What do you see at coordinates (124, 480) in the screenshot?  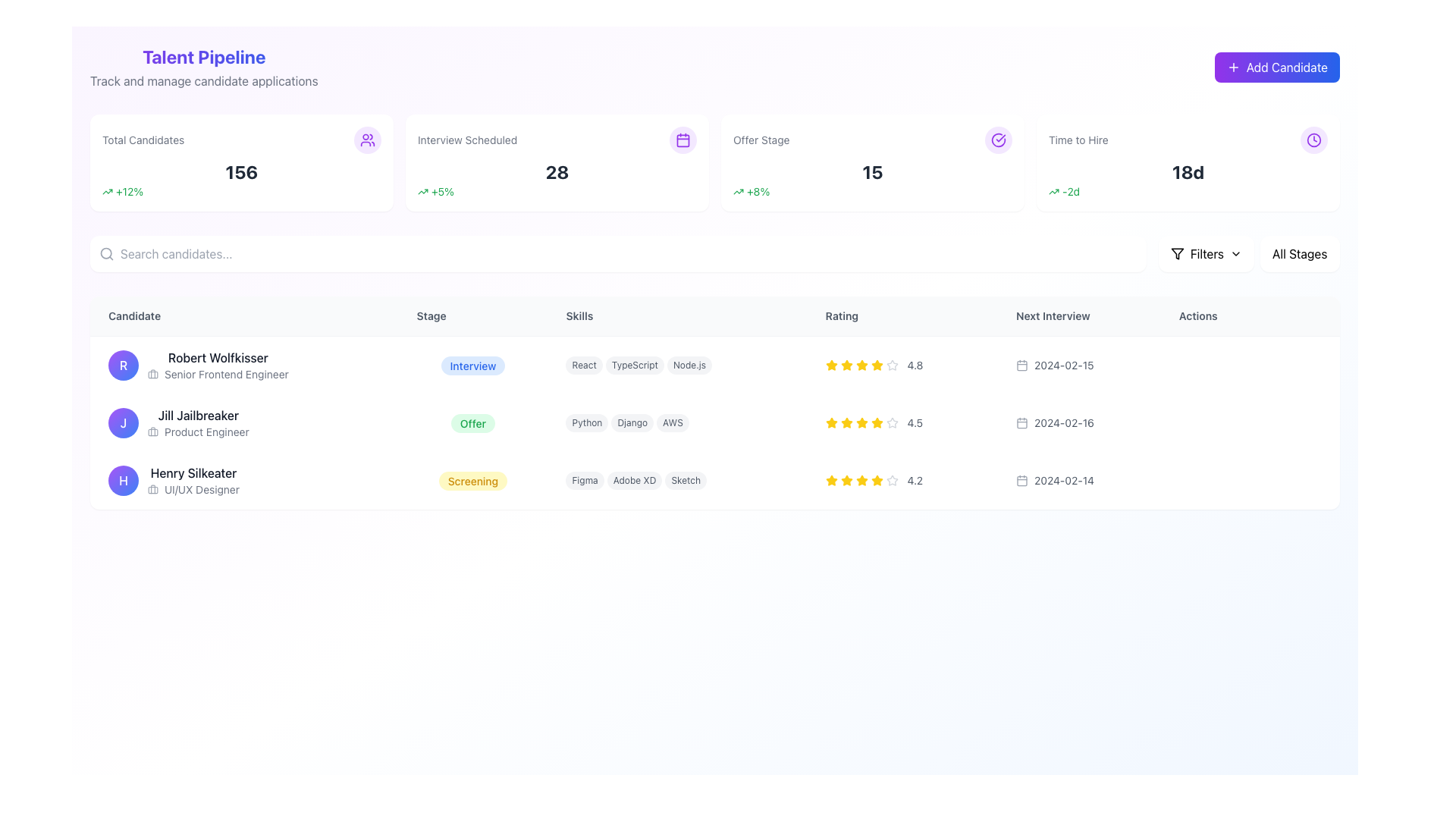 I see `the circular Avatar Badge featuring a gradient background from purple to blue with a bold white 'H' inside, located to the left of 'Henry Silkeater' and 'UI/UX Designer' in the candidate list, third row from the top` at bounding box center [124, 480].